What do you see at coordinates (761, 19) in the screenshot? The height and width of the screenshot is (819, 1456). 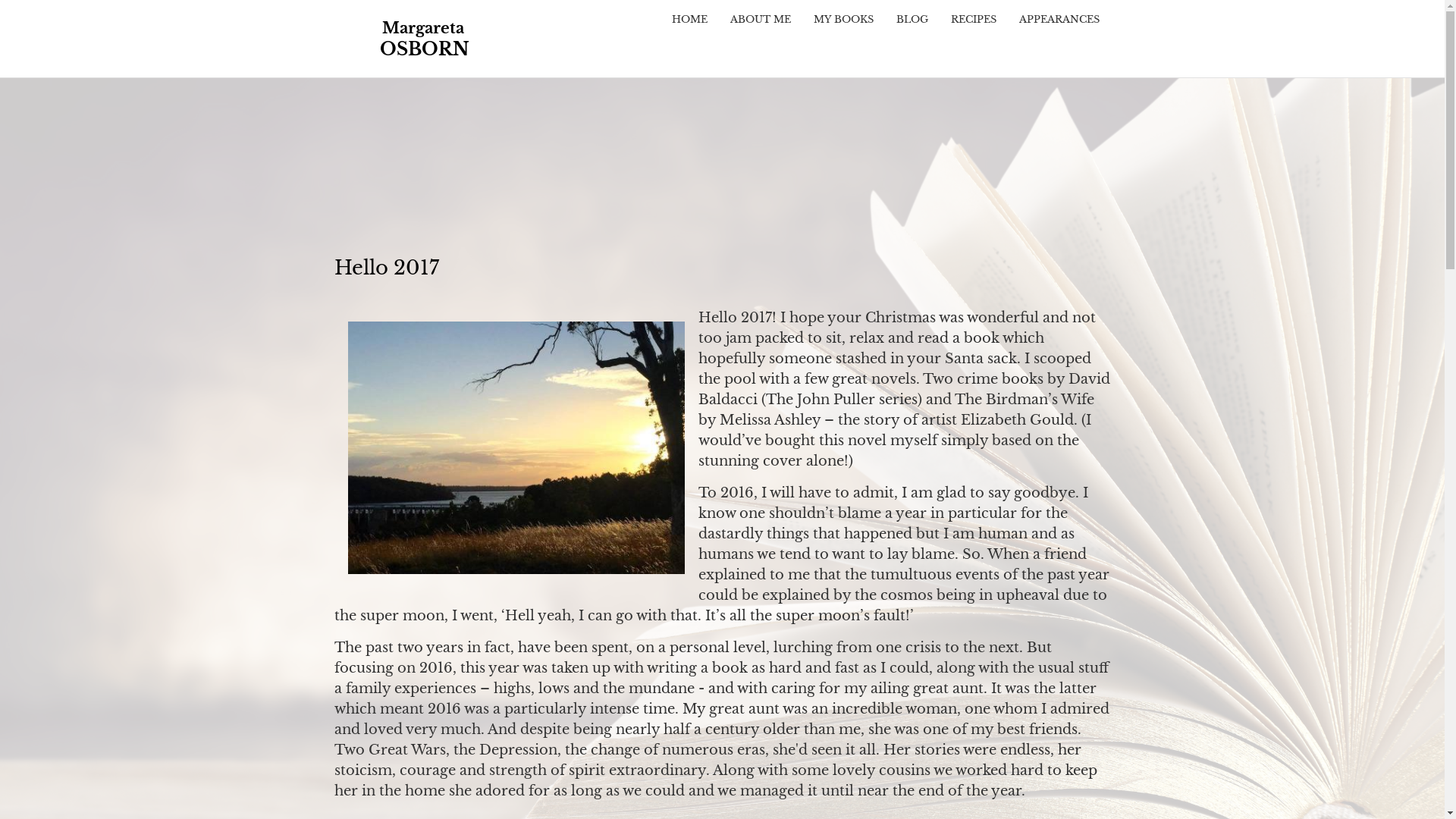 I see `'ABOUT ME'` at bounding box center [761, 19].